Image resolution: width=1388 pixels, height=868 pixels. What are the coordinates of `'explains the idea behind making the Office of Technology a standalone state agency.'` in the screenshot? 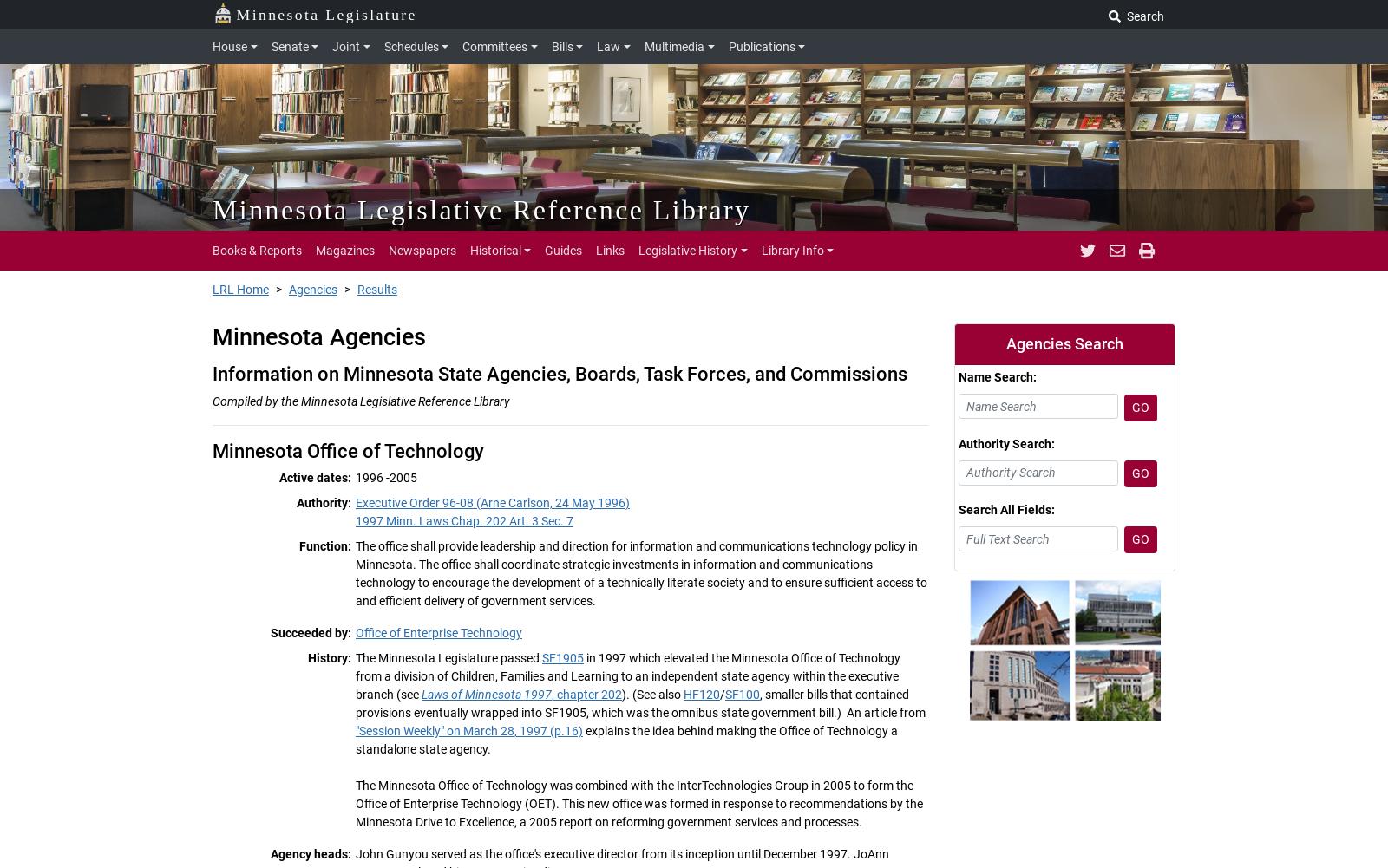 It's located at (354, 739).